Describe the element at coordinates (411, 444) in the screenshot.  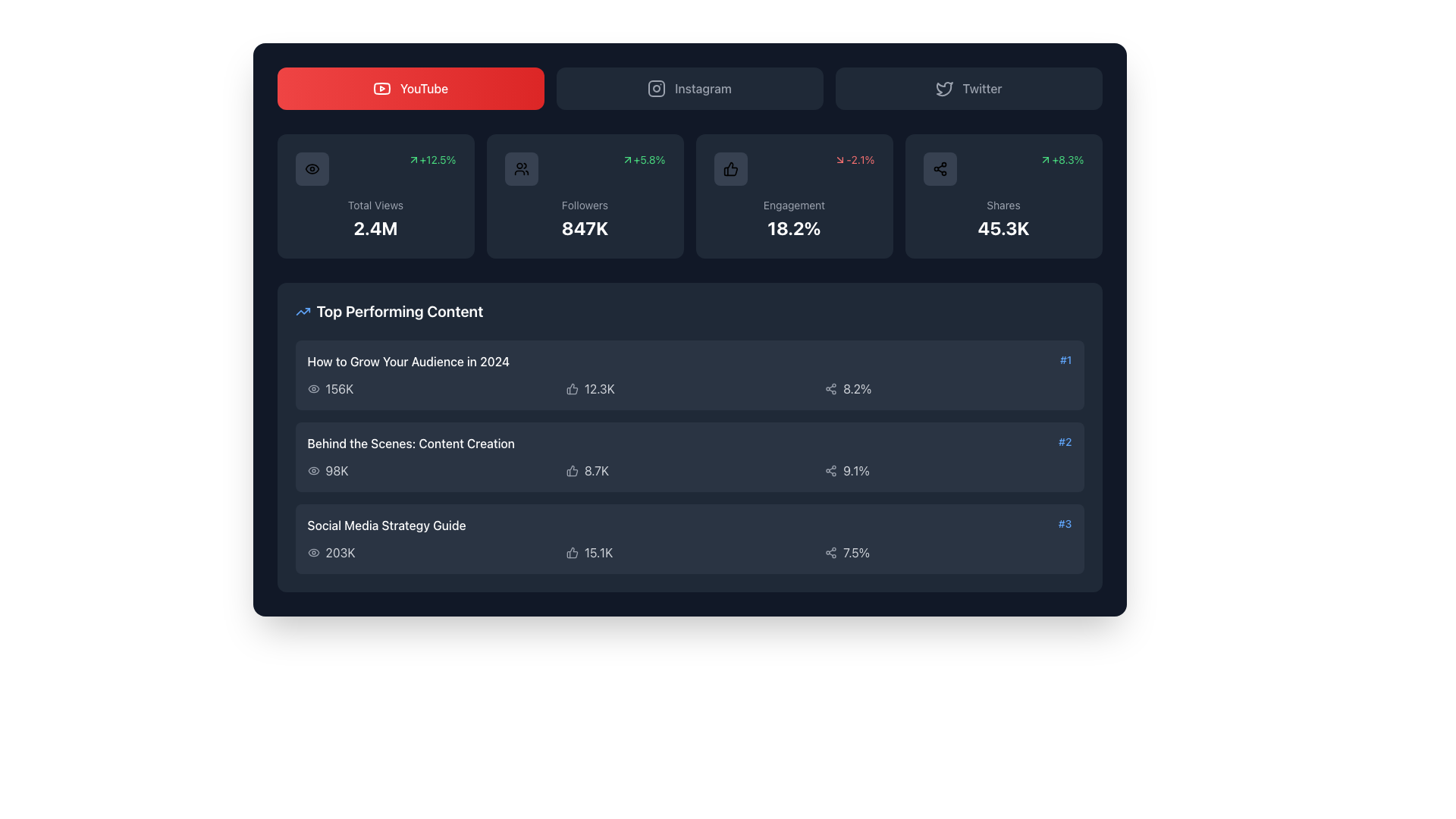
I see `the text label 'Behind the Scenes: Content Creation' to possibly reveal additional information` at that location.